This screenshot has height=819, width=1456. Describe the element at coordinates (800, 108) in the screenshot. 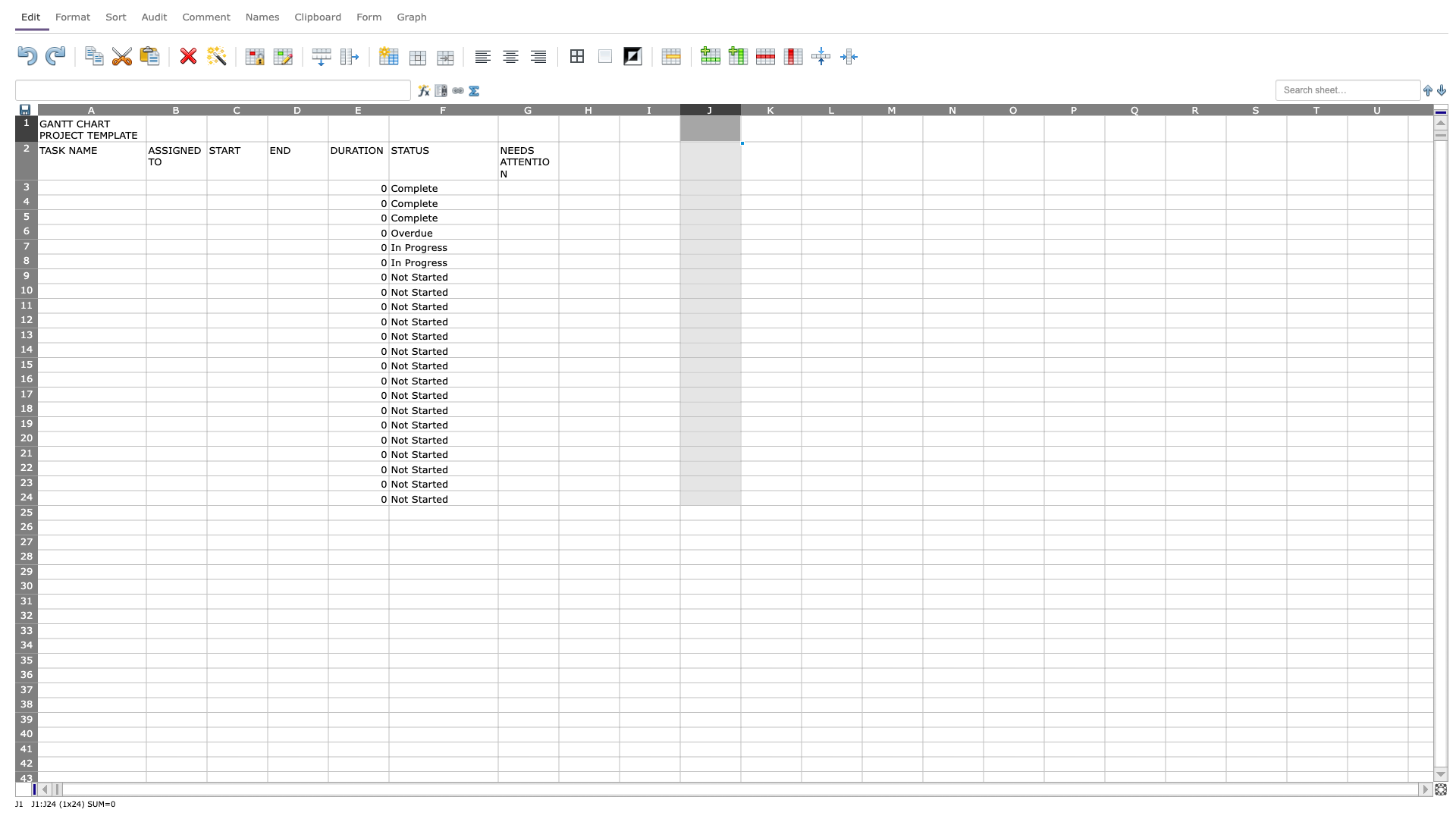

I see `column K's width resize handle` at that location.